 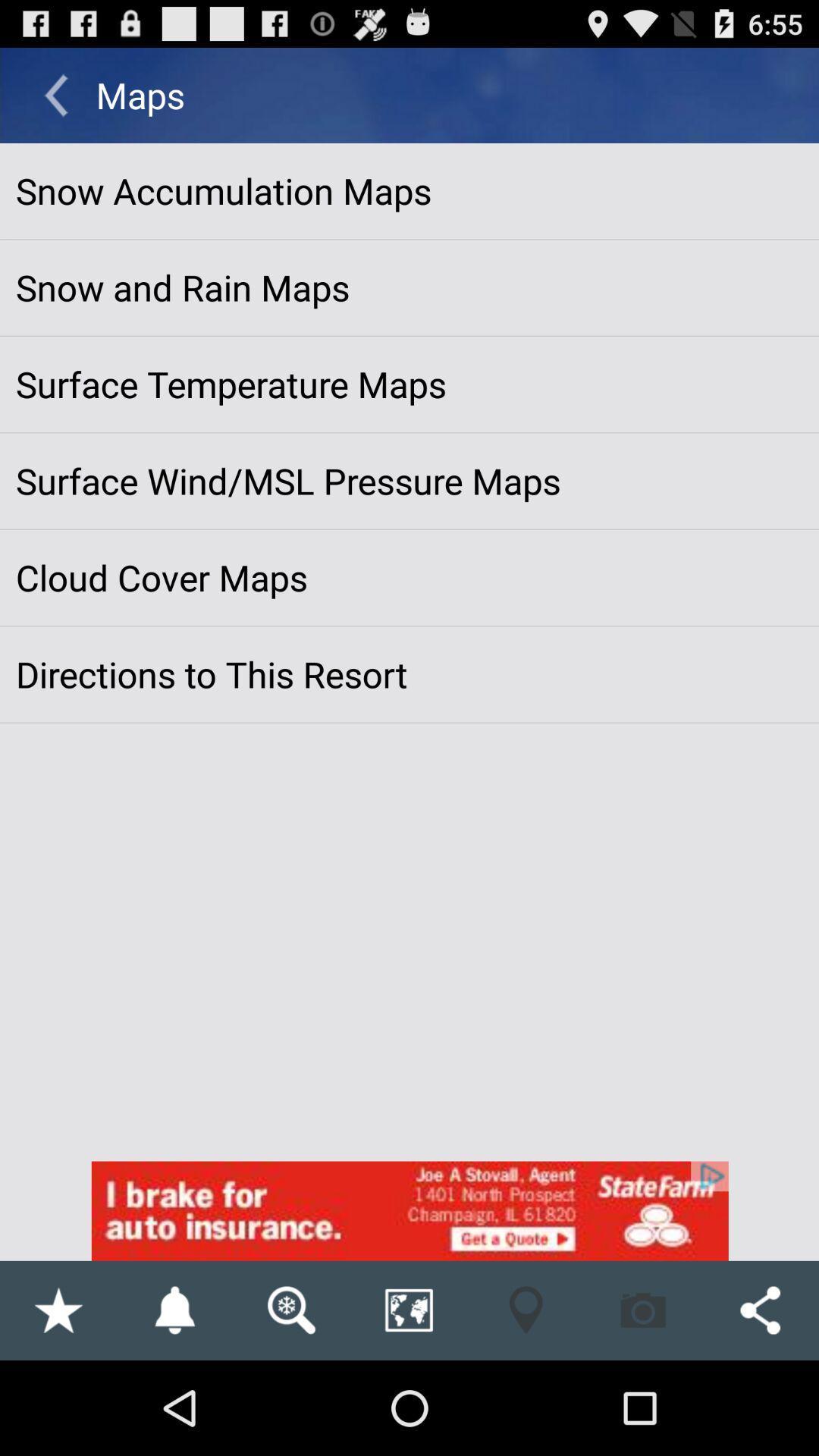 I want to click on taggle to the camera, so click(x=643, y=1310).